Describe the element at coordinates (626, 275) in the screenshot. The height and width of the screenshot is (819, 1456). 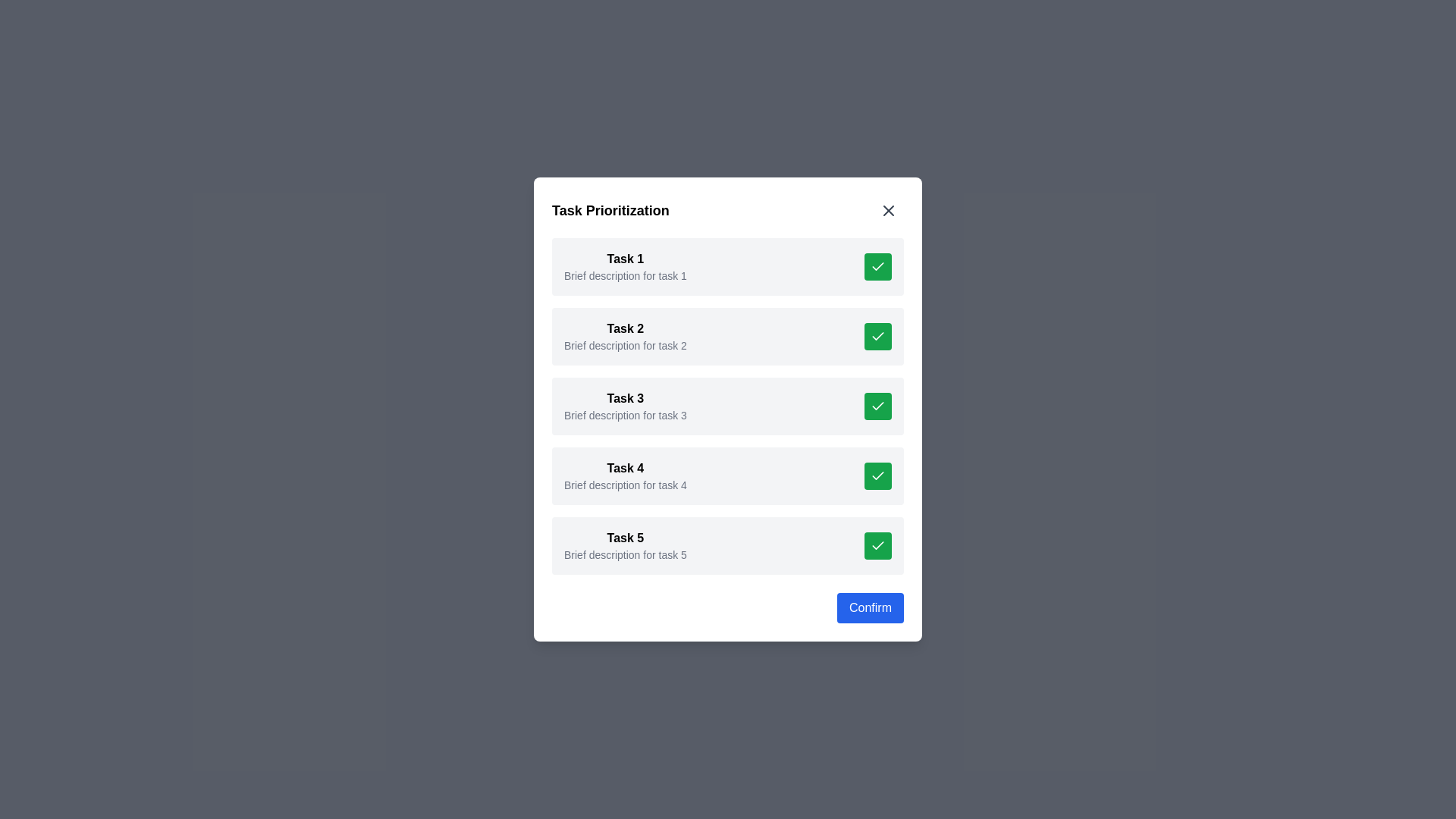
I see `the static text label providing additional information about 'Task 1', which is located directly below the title in the first task item of a vertical list inside a pop-up dialog` at that location.